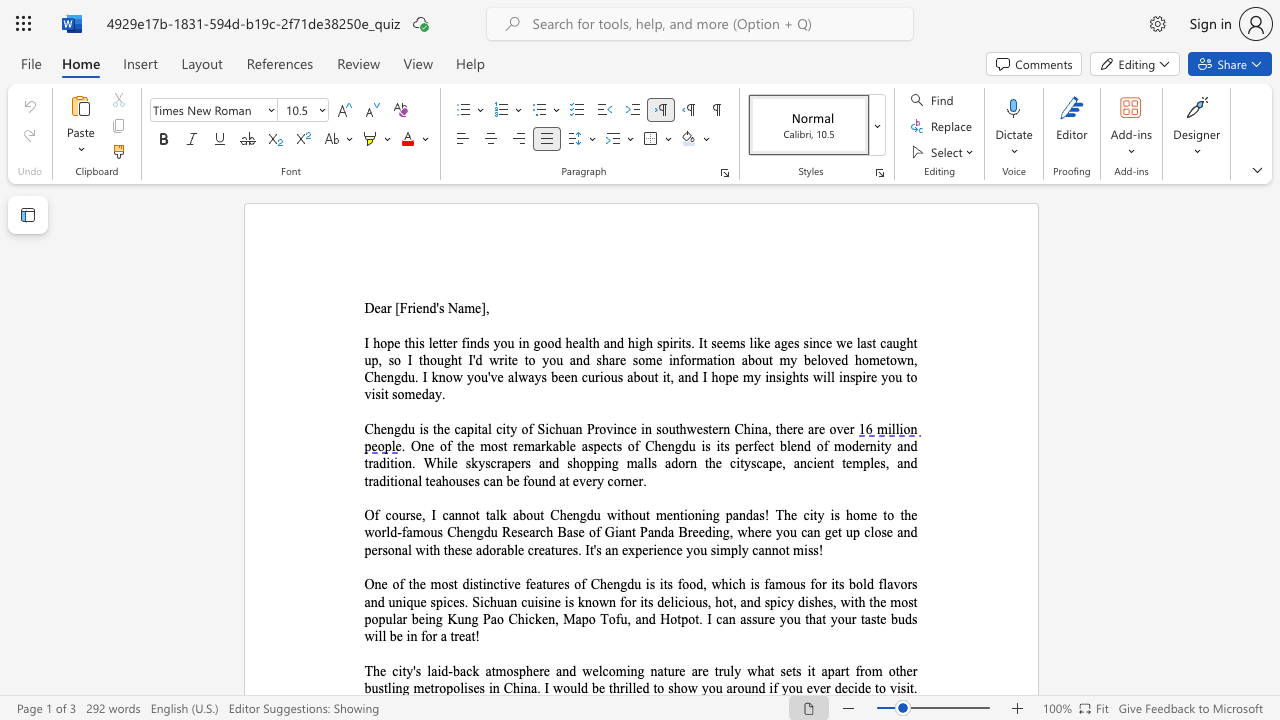  I want to click on the space between the continuous character "y" and "o" in the text, so click(693, 550).